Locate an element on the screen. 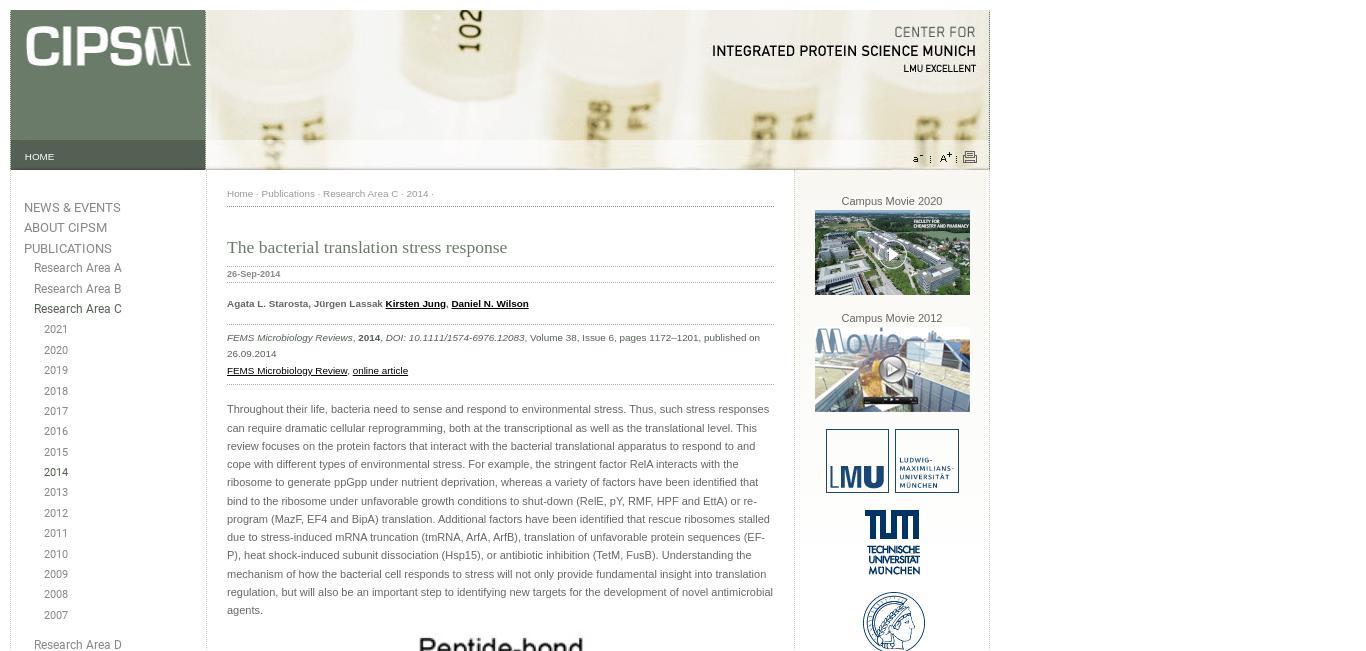  'Campus Movie 2012' is located at coordinates (890, 317).